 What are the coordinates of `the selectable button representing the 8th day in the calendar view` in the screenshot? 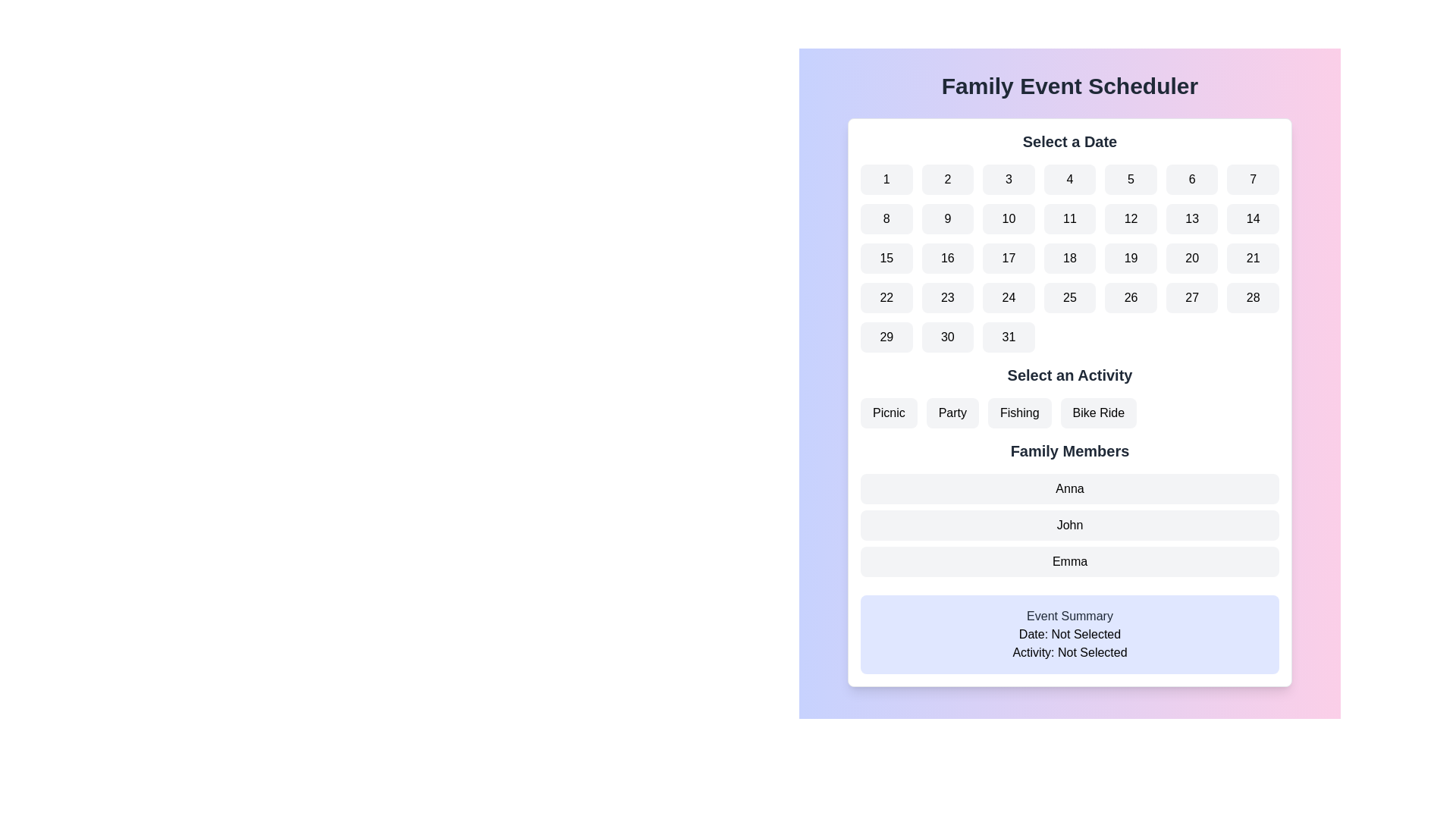 It's located at (886, 219).